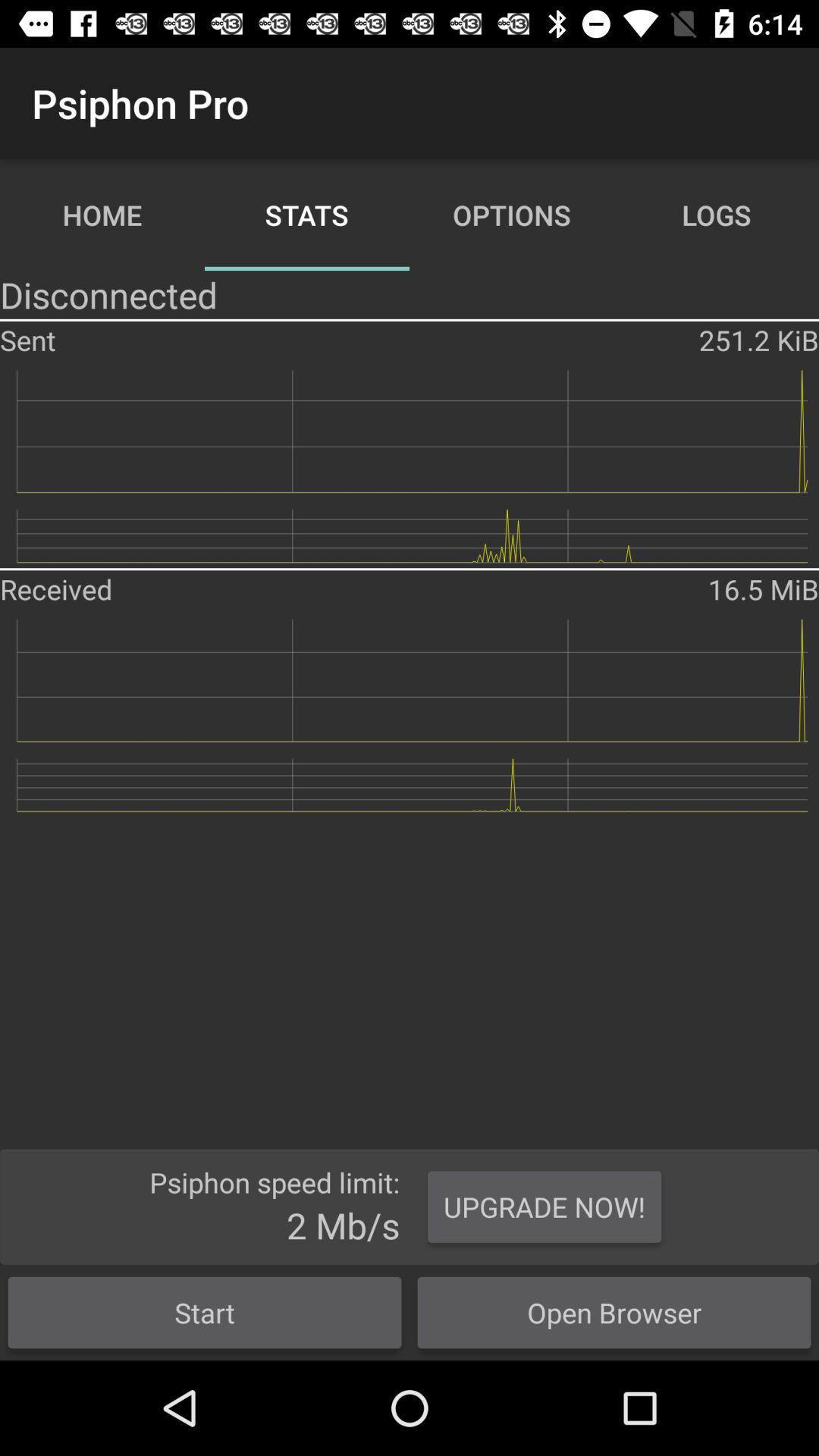 Image resolution: width=819 pixels, height=1456 pixels. What do you see at coordinates (205, 1312) in the screenshot?
I see `button at the bottom left corner` at bounding box center [205, 1312].